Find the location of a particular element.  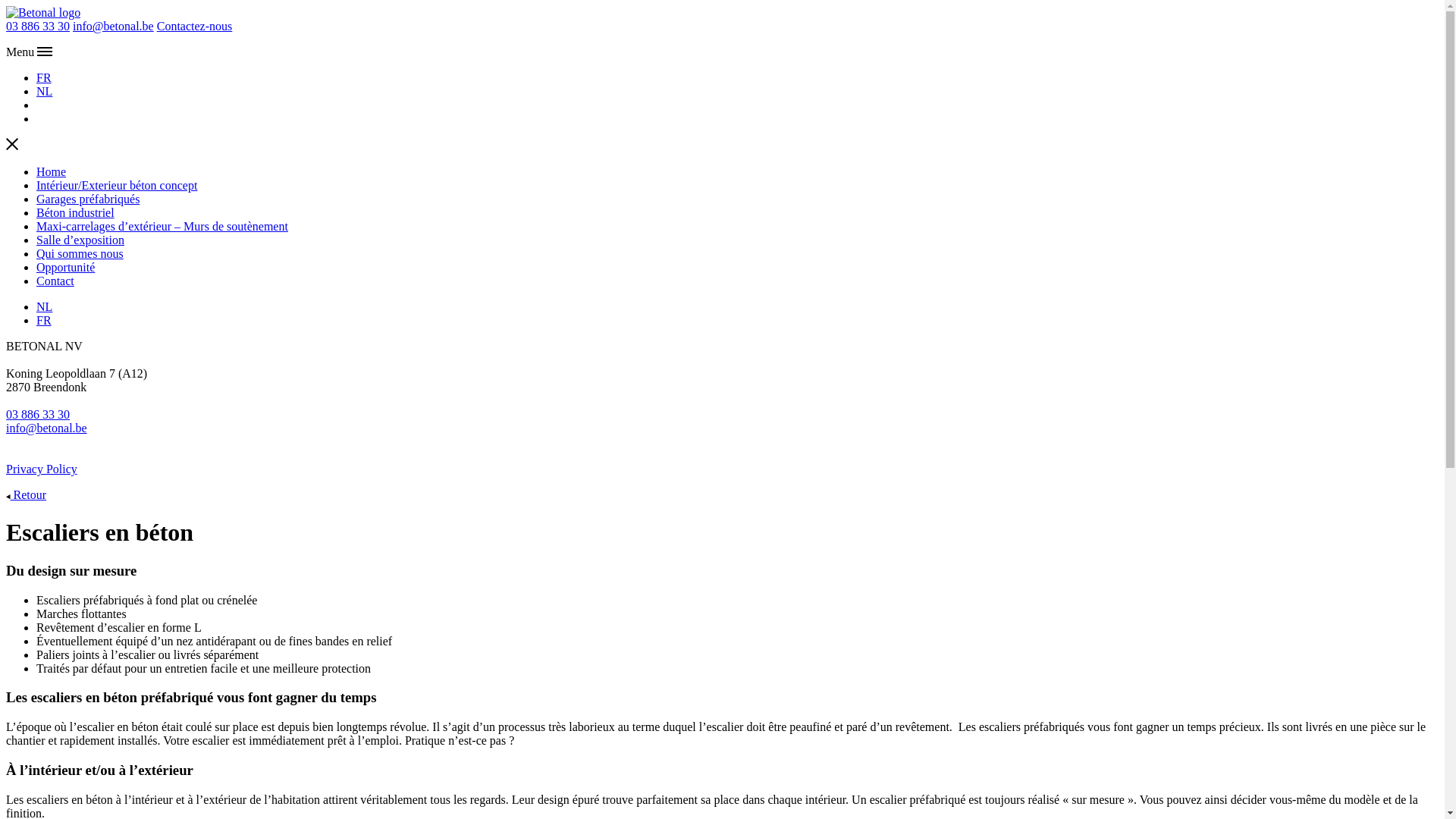

'Qui sommes nous' is located at coordinates (79, 253).